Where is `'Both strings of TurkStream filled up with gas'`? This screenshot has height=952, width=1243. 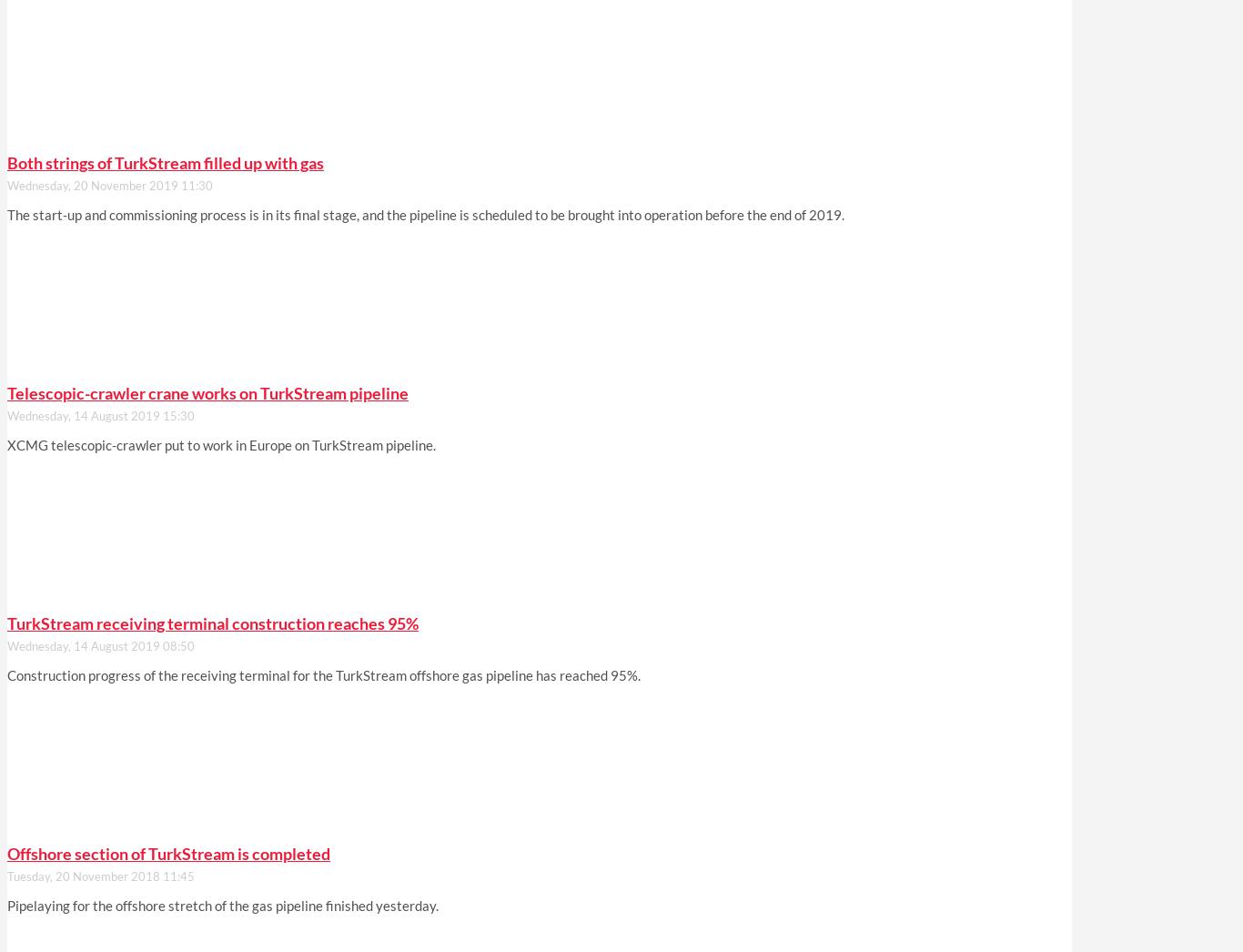 'Both strings of TurkStream filled up with gas' is located at coordinates (164, 162).